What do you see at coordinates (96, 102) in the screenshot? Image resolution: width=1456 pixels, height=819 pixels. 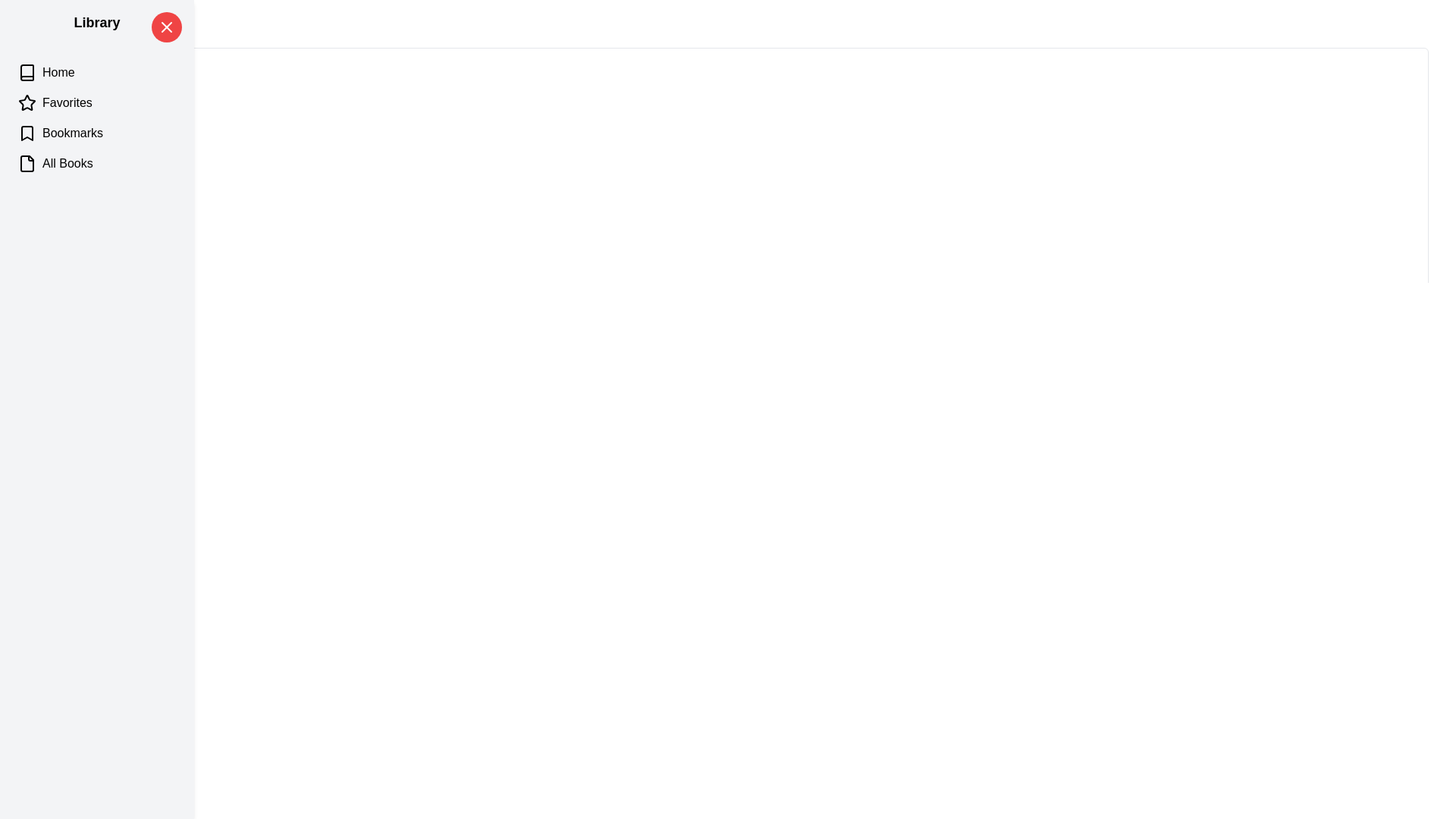 I see `the category Favorites in the drawer` at bounding box center [96, 102].